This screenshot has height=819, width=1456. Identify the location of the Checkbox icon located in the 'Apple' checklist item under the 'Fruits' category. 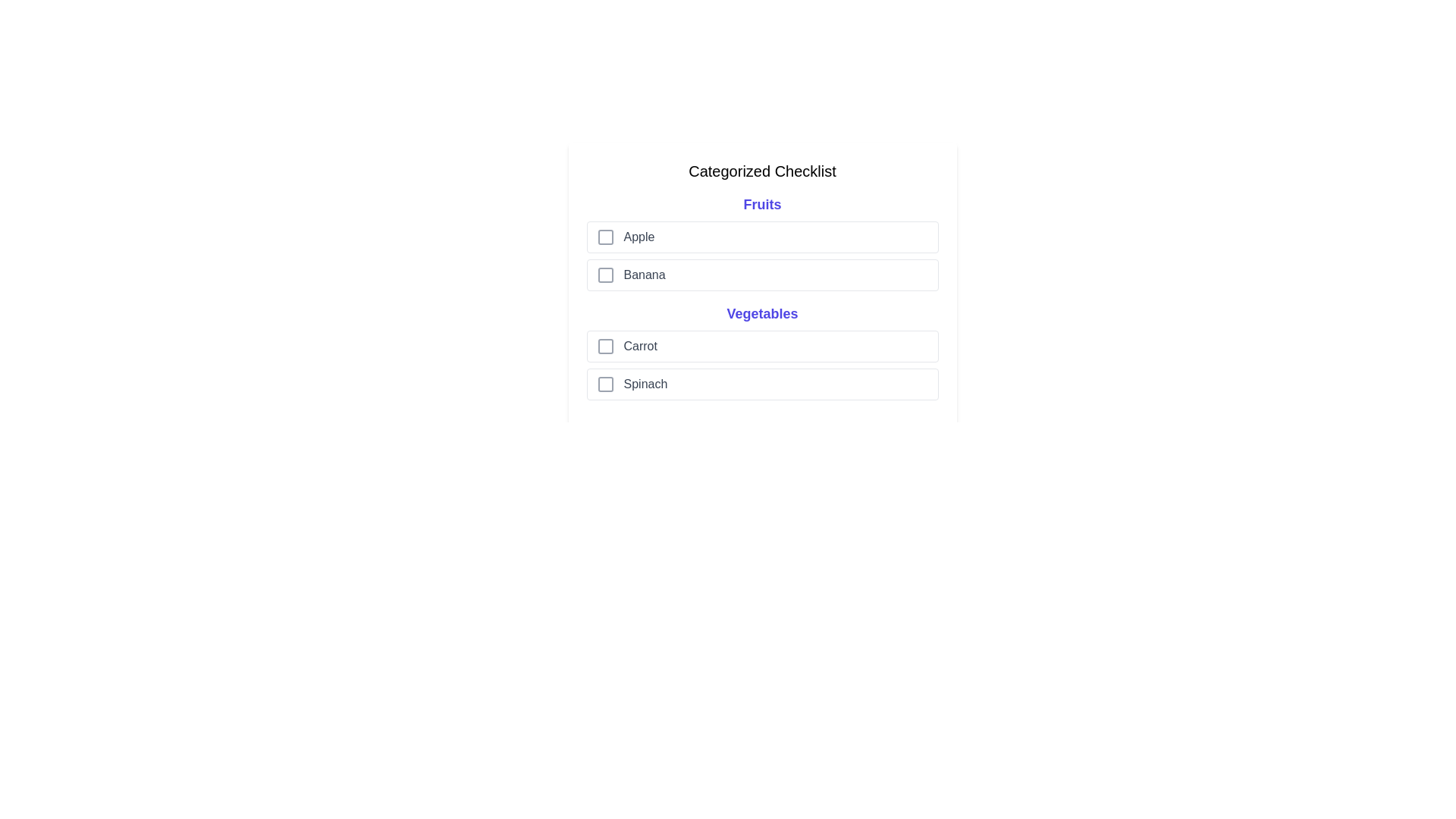
(604, 237).